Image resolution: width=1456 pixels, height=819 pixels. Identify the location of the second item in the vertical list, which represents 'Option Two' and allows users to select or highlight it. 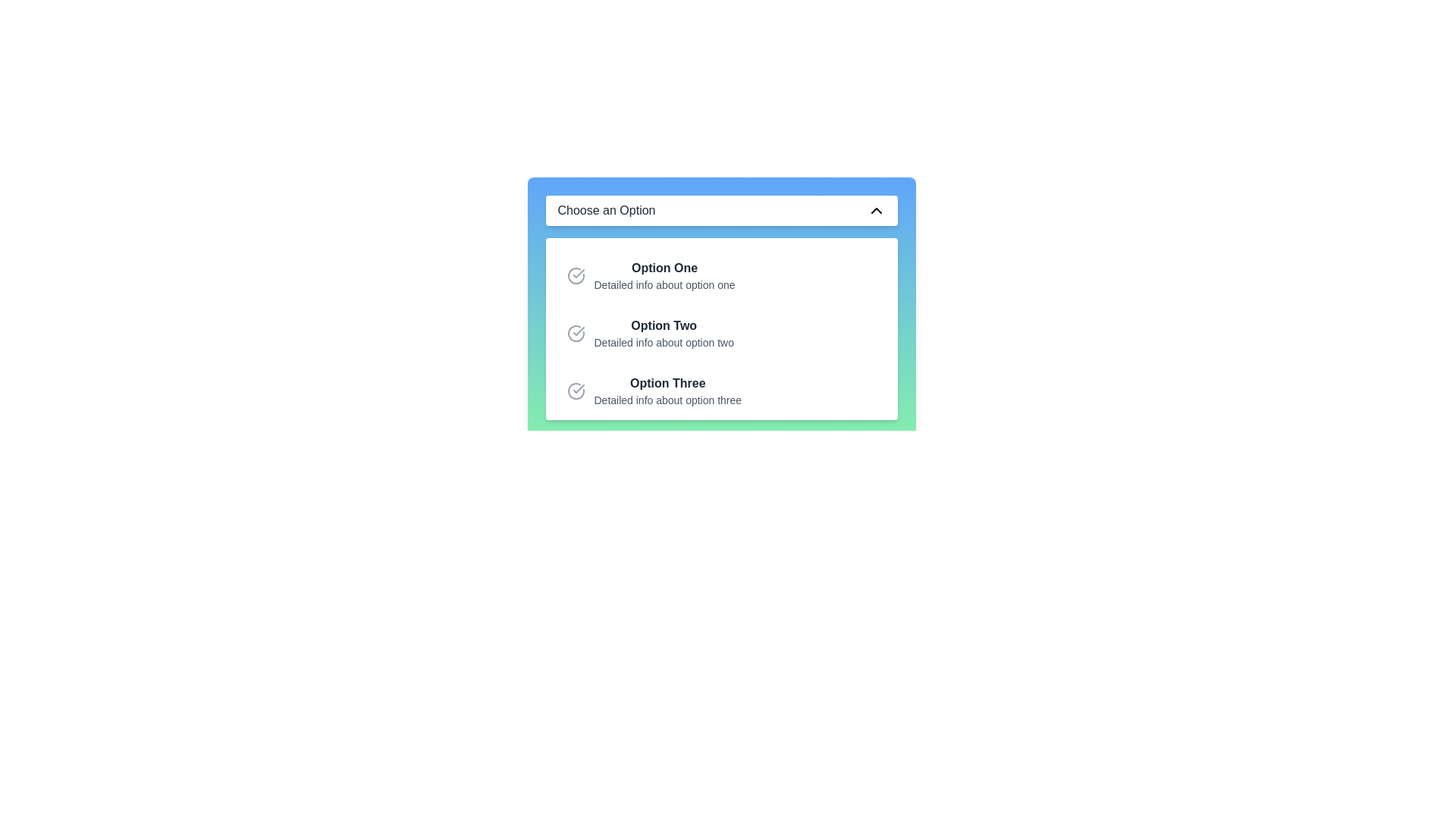
(720, 332).